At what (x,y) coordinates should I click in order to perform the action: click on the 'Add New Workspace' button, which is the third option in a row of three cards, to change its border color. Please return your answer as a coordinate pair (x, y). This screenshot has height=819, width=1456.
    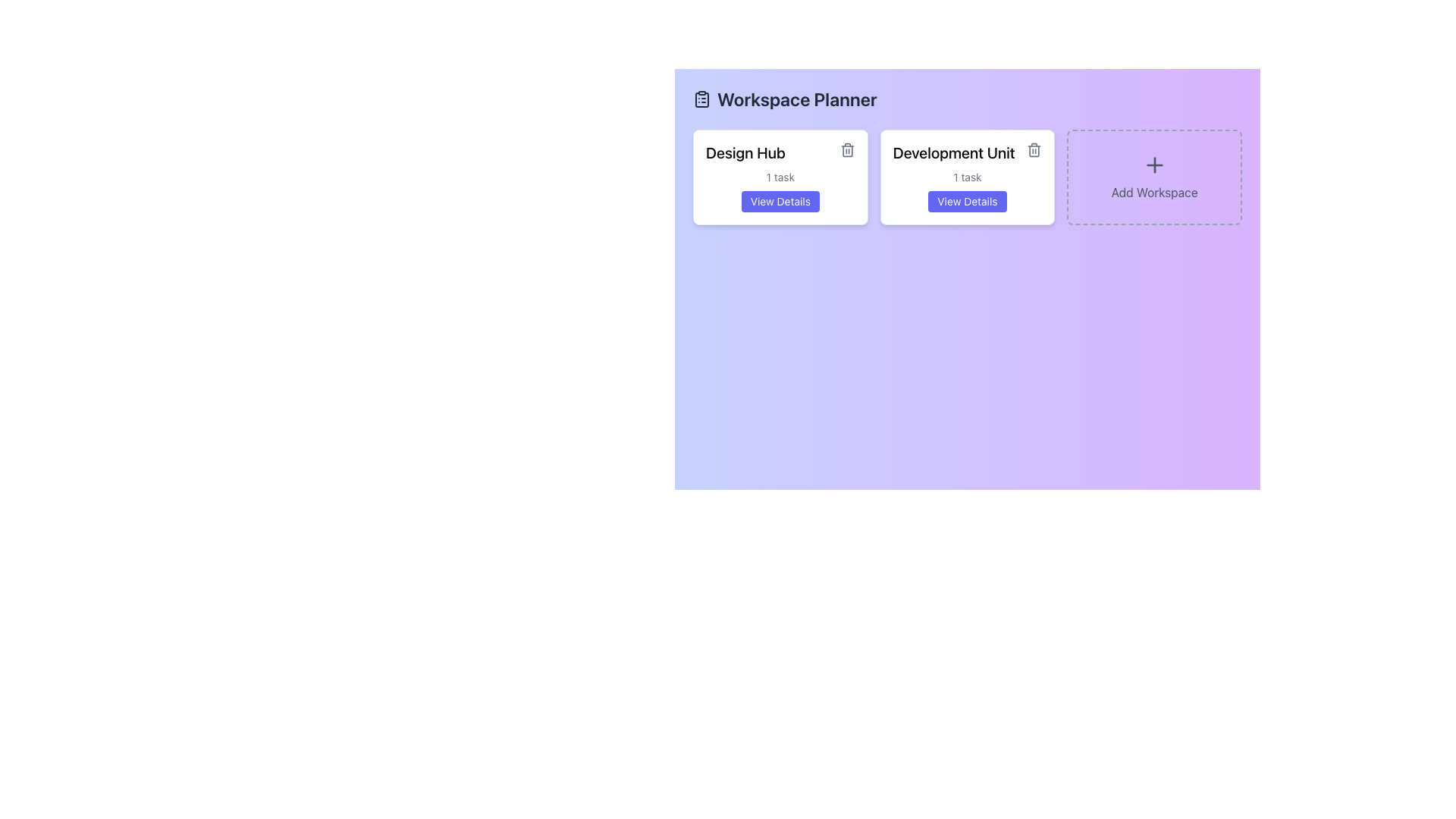
    Looking at the image, I should click on (1153, 177).